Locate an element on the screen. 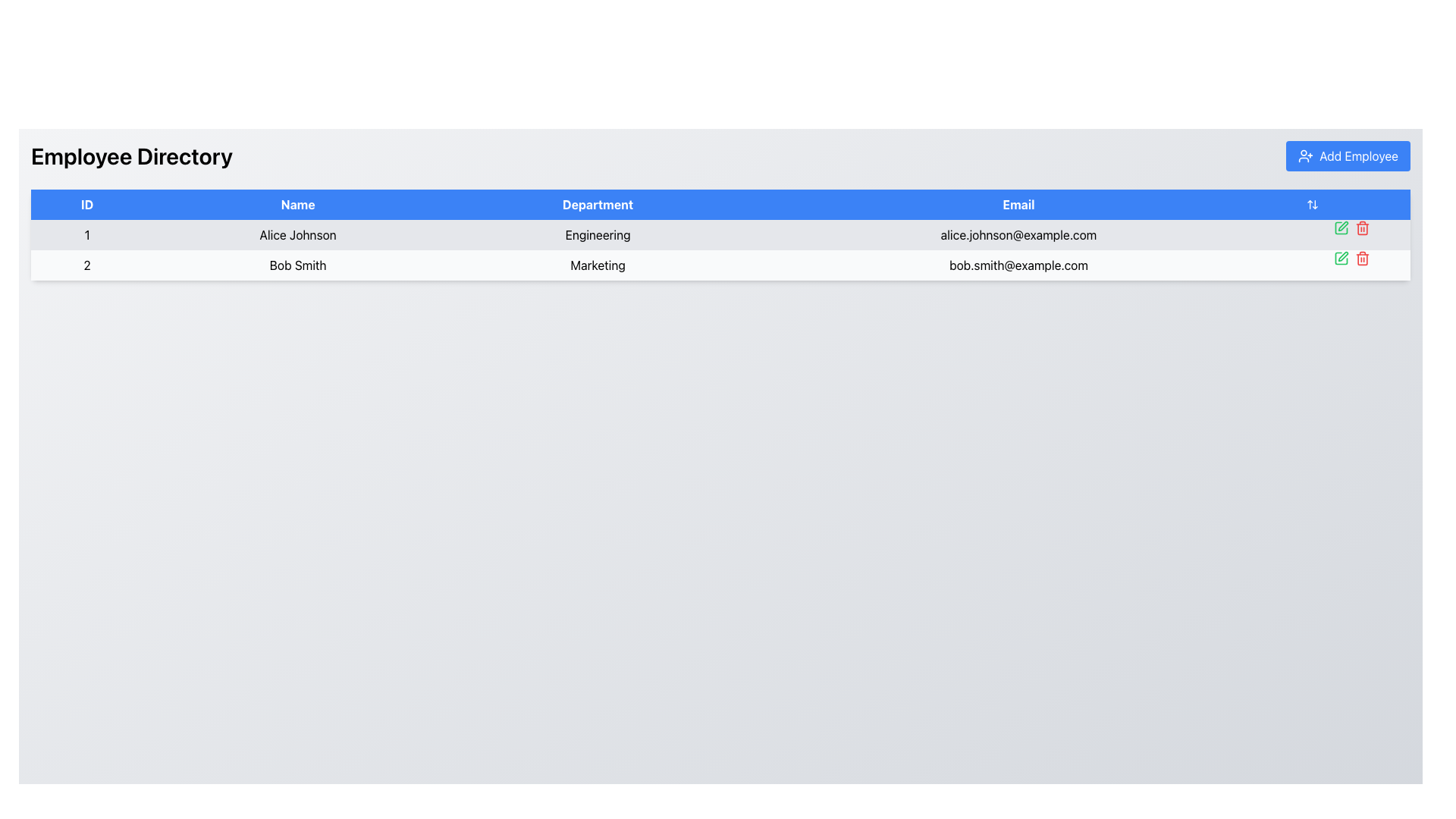  the text element displaying the number '2' in the first cell of the second row under the 'ID' column in the table is located at coordinates (86, 265).